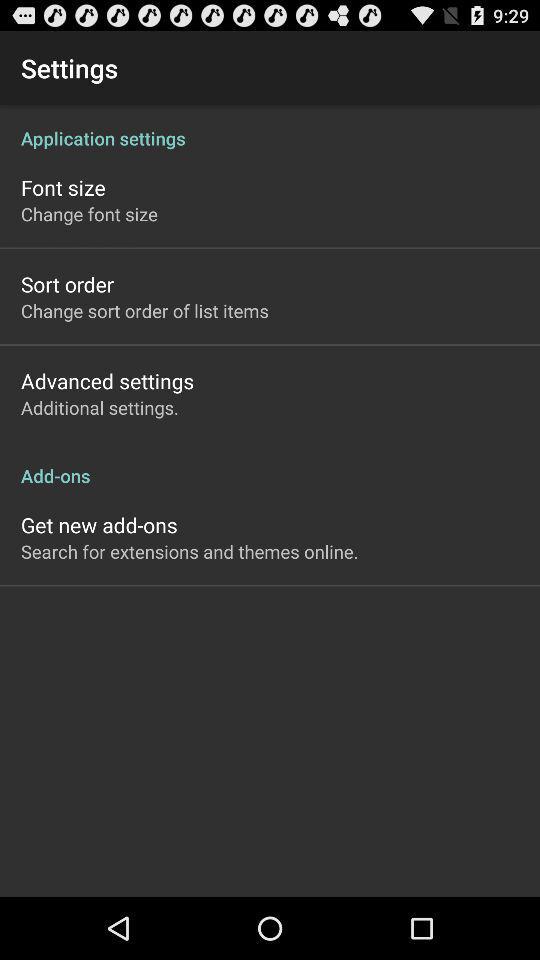 This screenshot has width=540, height=960. What do you see at coordinates (270, 126) in the screenshot?
I see `the application settings` at bounding box center [270, 126].